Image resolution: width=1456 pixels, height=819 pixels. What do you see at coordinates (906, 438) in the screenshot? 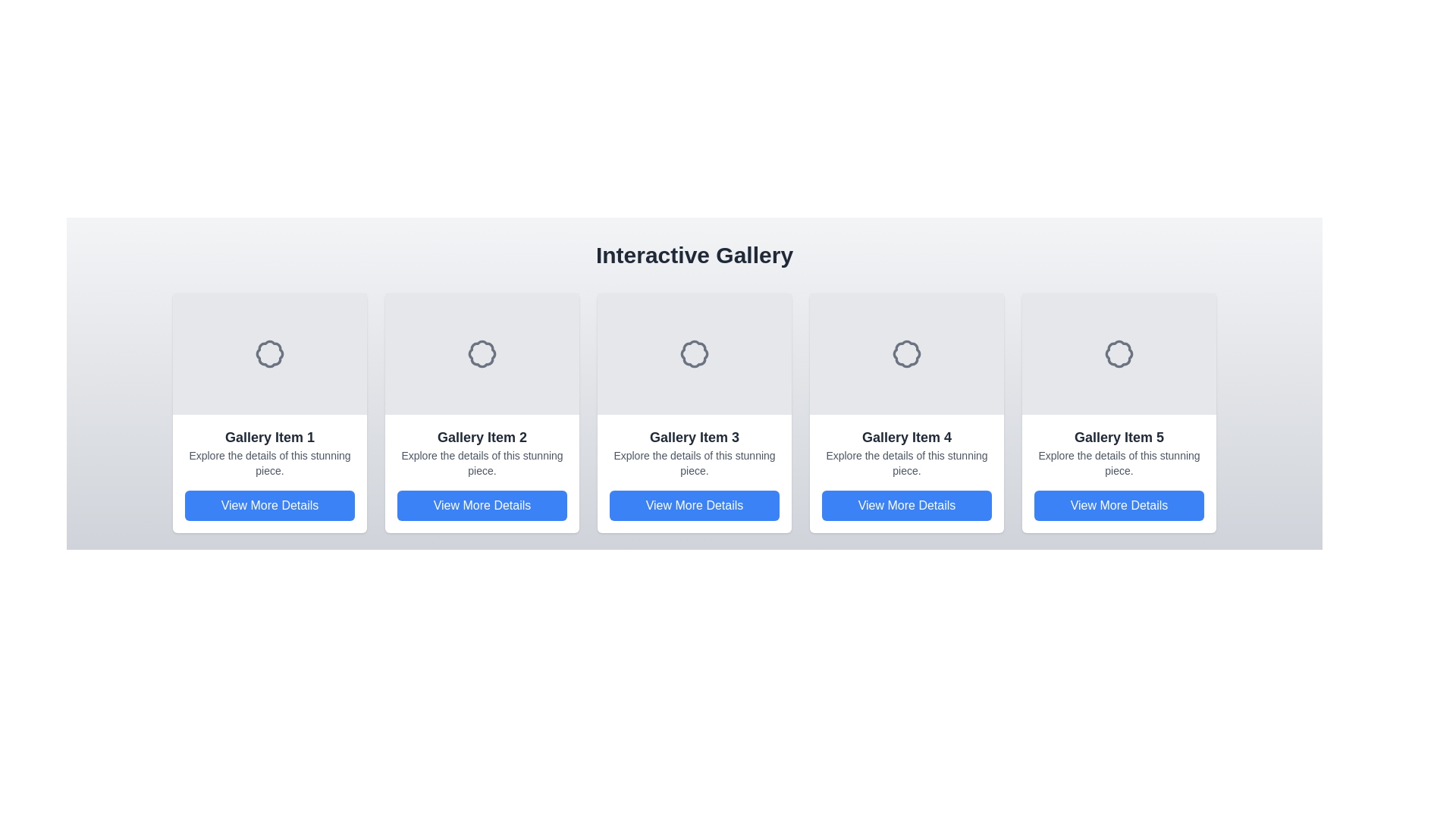
I see `text label displaying 'Gallery Item 4', which is a title indicating the fourth item in a gallery card layout` at bounding box center [906, 438].